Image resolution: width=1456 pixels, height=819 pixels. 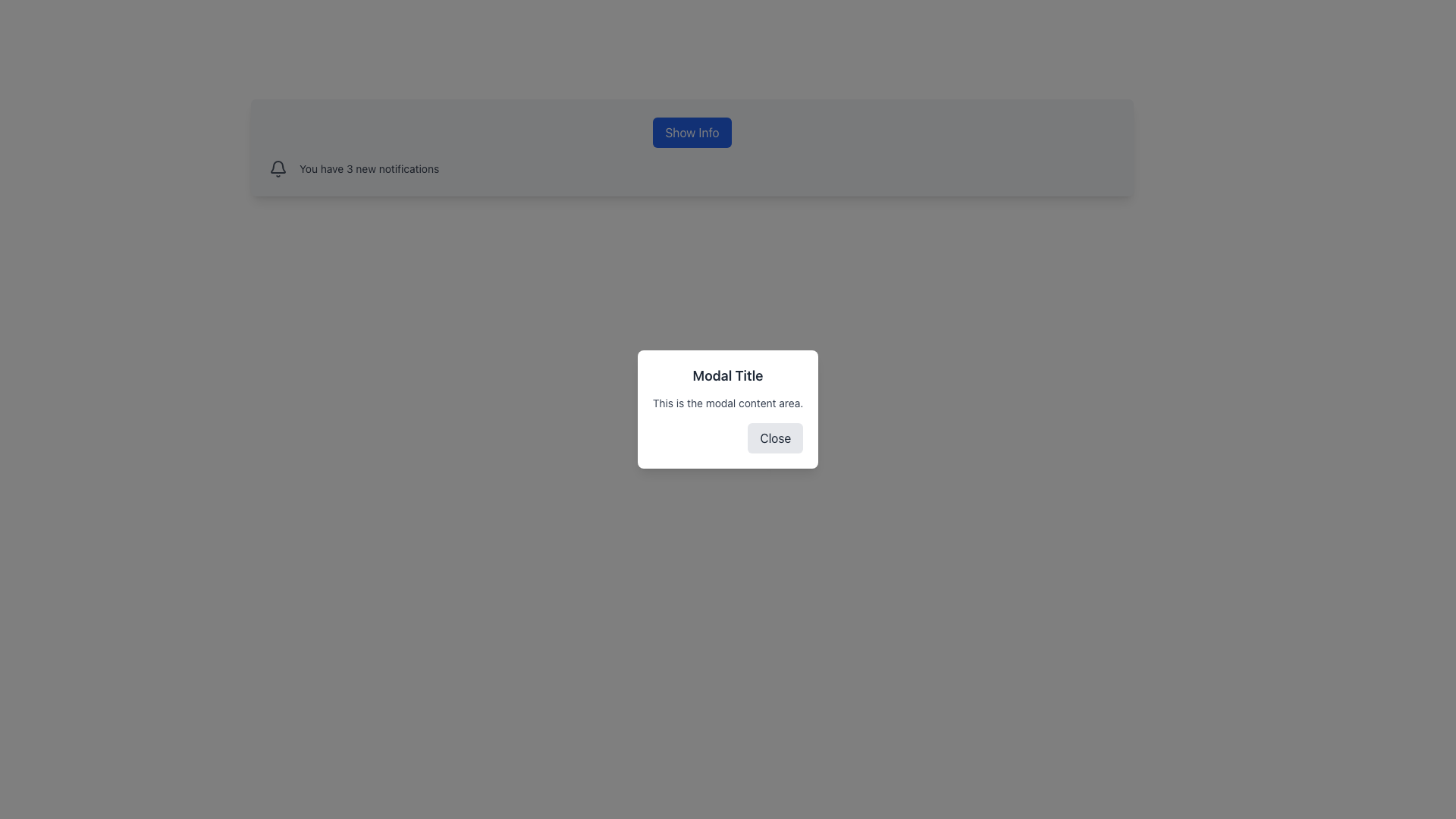 What do you see at coordinates (369, 169) in the screenshot?
I see `the notification message that reads 'You have 3 new notifications', styled with a small font size and gray text color, located to the right of the bell icon` at bounding box center [369, 169].